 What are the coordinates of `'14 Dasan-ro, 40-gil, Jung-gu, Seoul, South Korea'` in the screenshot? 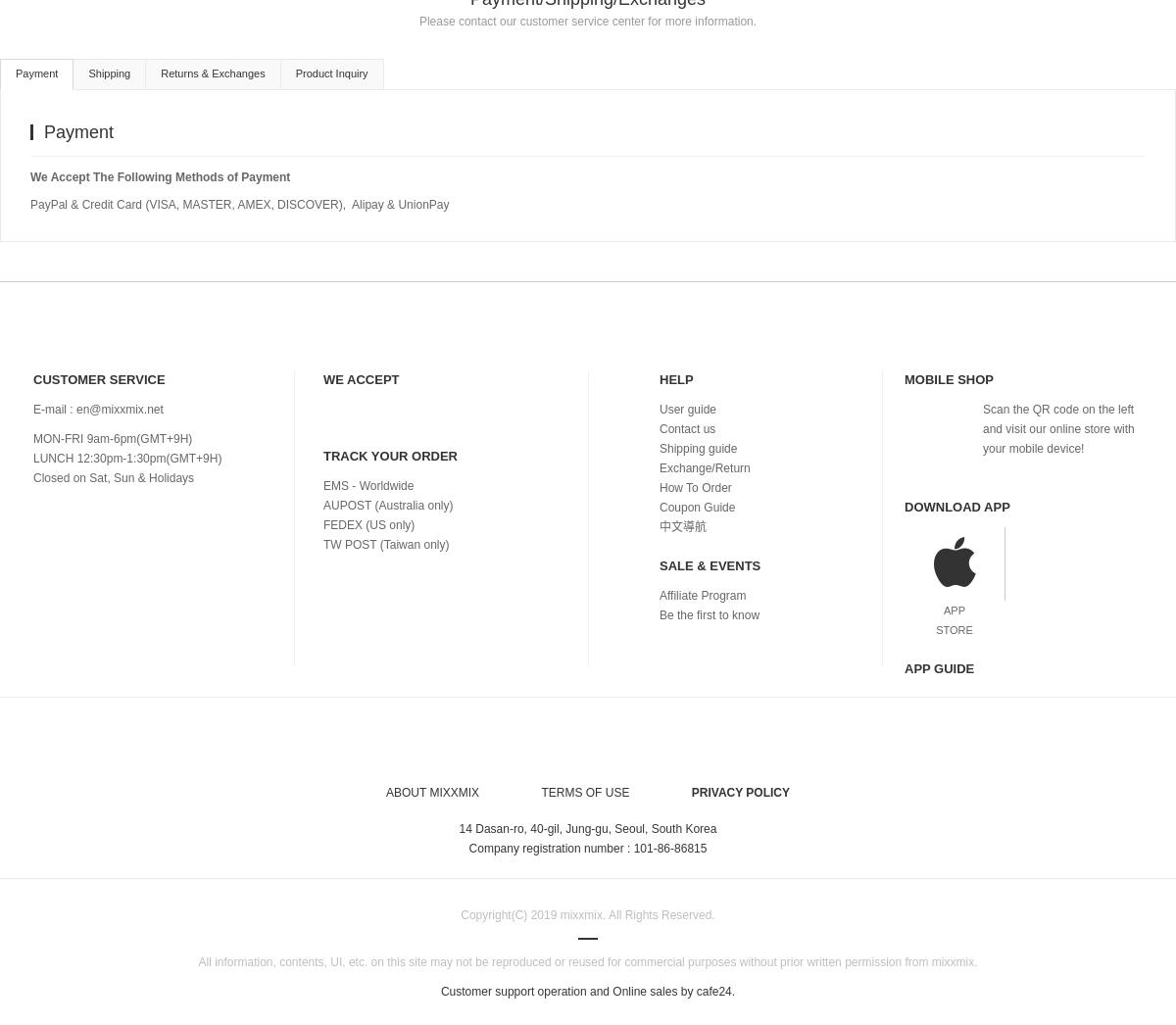 It's located at (458, 826).